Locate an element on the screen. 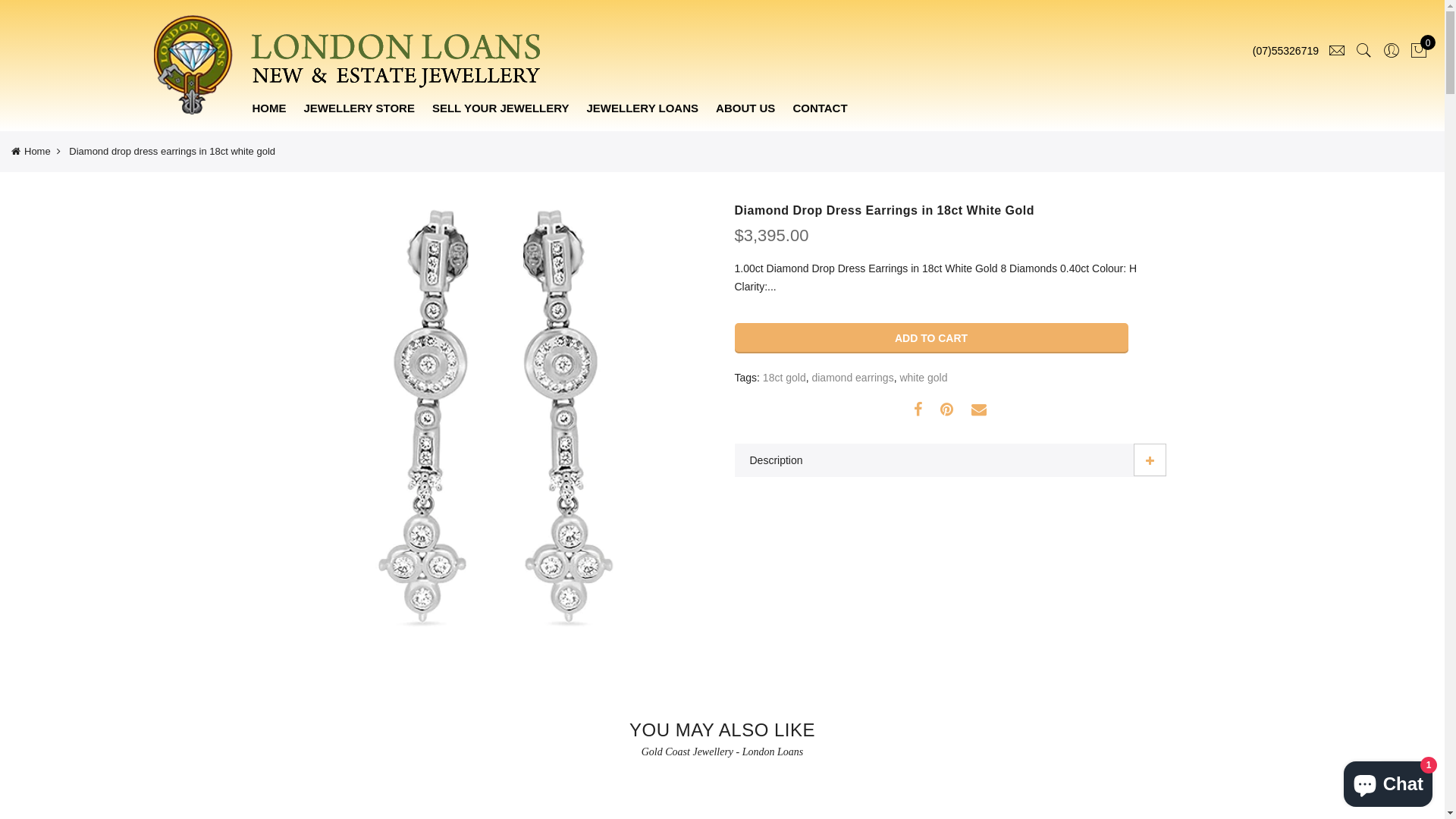  'Shopify online store chat' is located at coordinates (1388, 780).